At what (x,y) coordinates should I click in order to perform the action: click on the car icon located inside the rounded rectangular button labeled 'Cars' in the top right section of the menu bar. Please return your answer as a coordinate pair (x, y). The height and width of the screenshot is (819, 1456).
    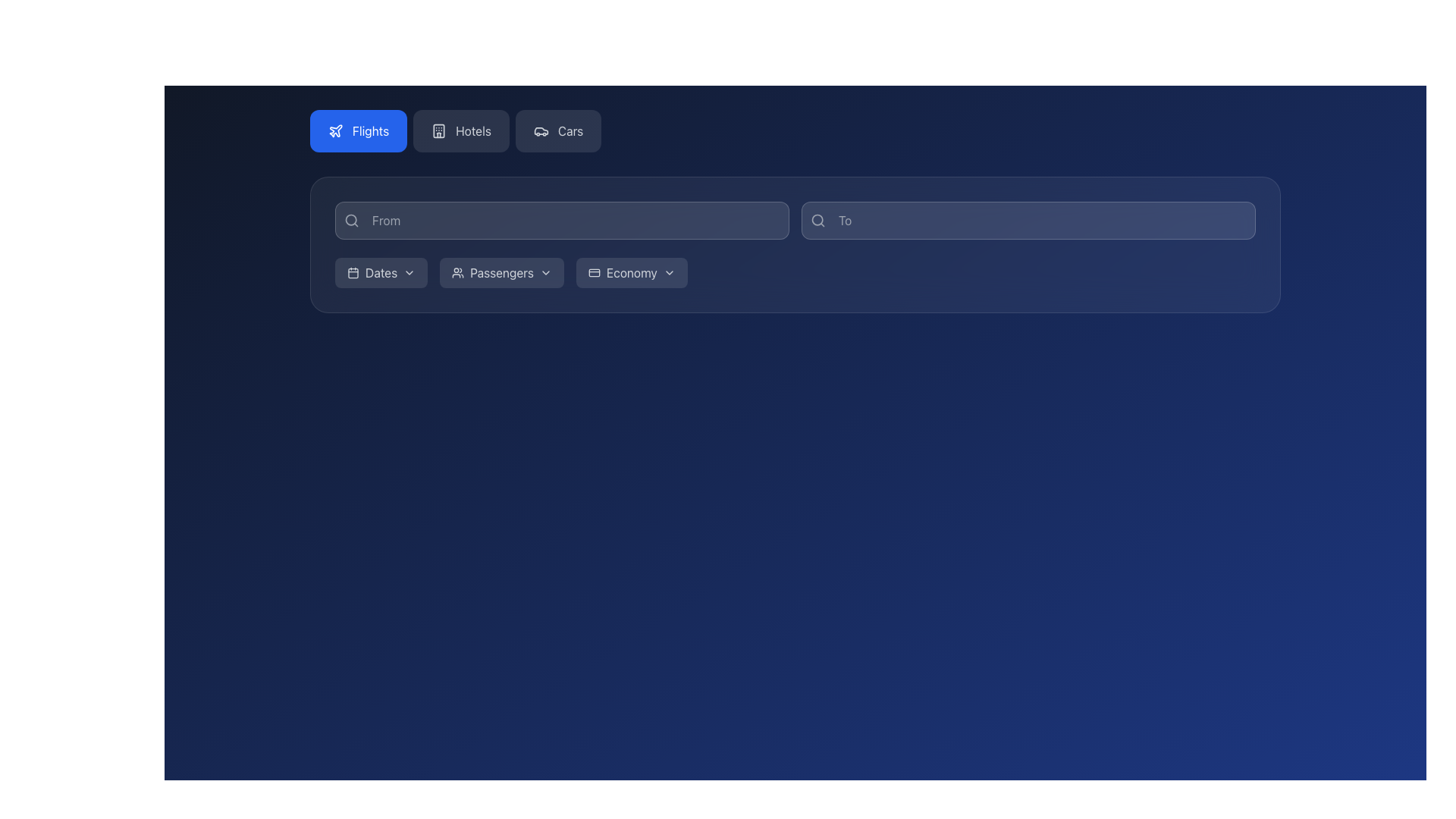
    Looking at the image, I should click on (541, 130).